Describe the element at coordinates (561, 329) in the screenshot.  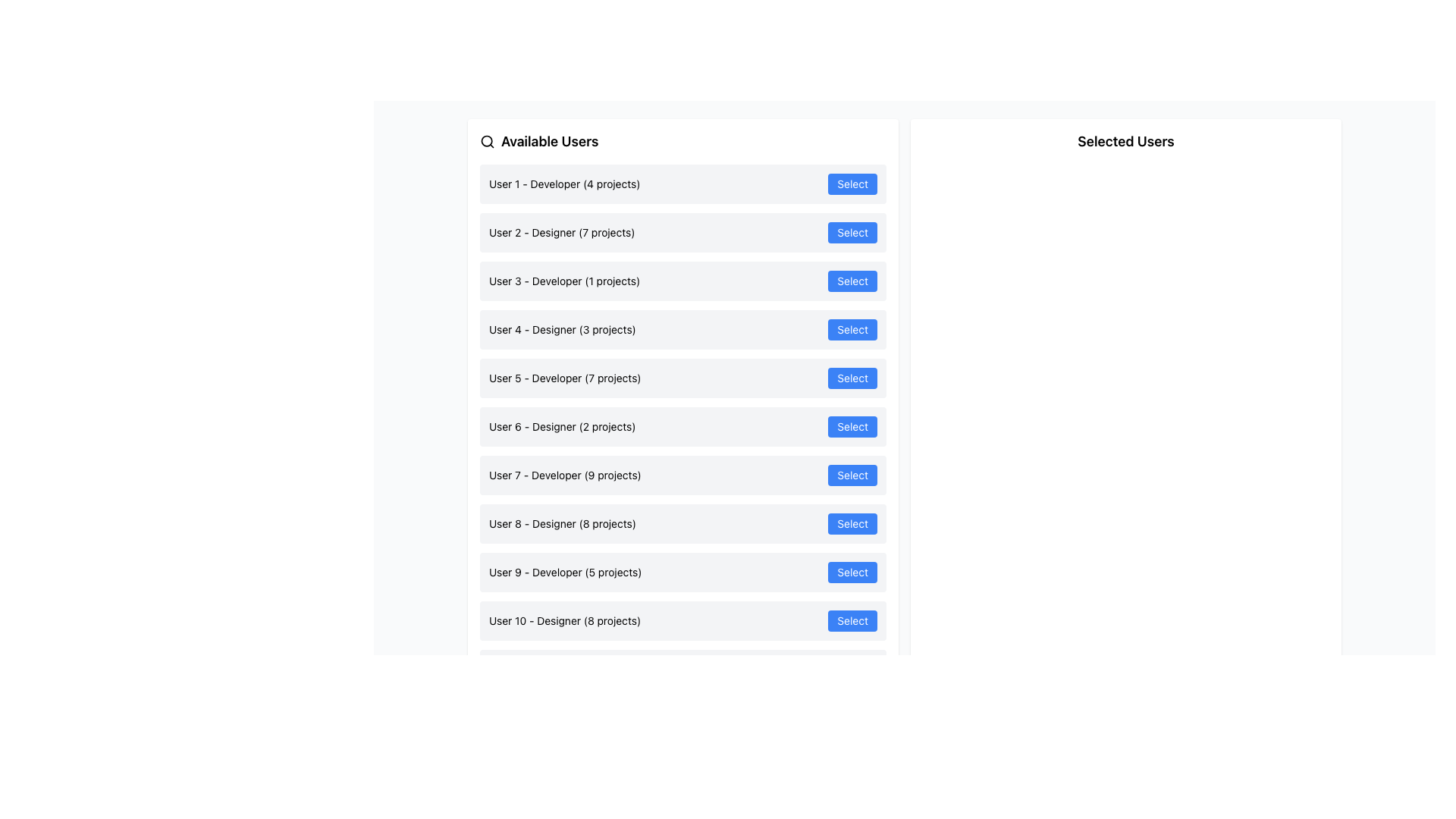
I see `the static text that identifies a user entry in the fourth row under the 'Available Users' section, which provides information about the user's designation and associated projects` at that location.